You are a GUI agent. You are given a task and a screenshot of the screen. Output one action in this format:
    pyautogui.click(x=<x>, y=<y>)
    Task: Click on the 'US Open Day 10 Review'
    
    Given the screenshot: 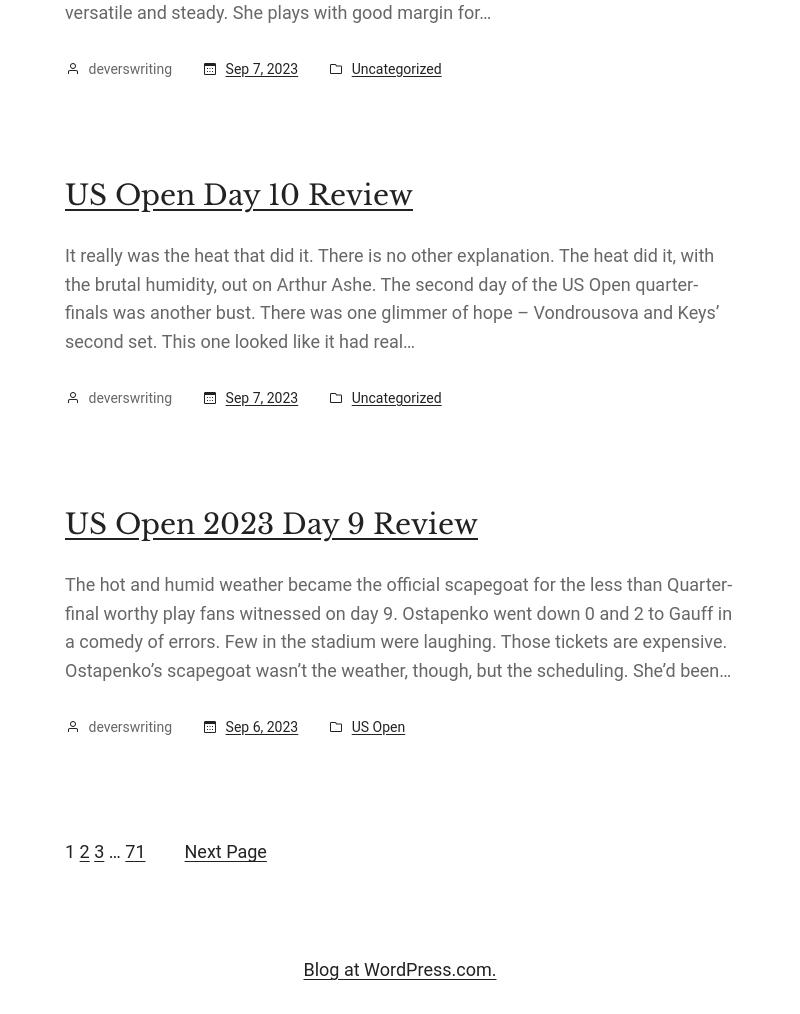 What is the action you would take?
    pyautogui.click(x=238, y=194)
    